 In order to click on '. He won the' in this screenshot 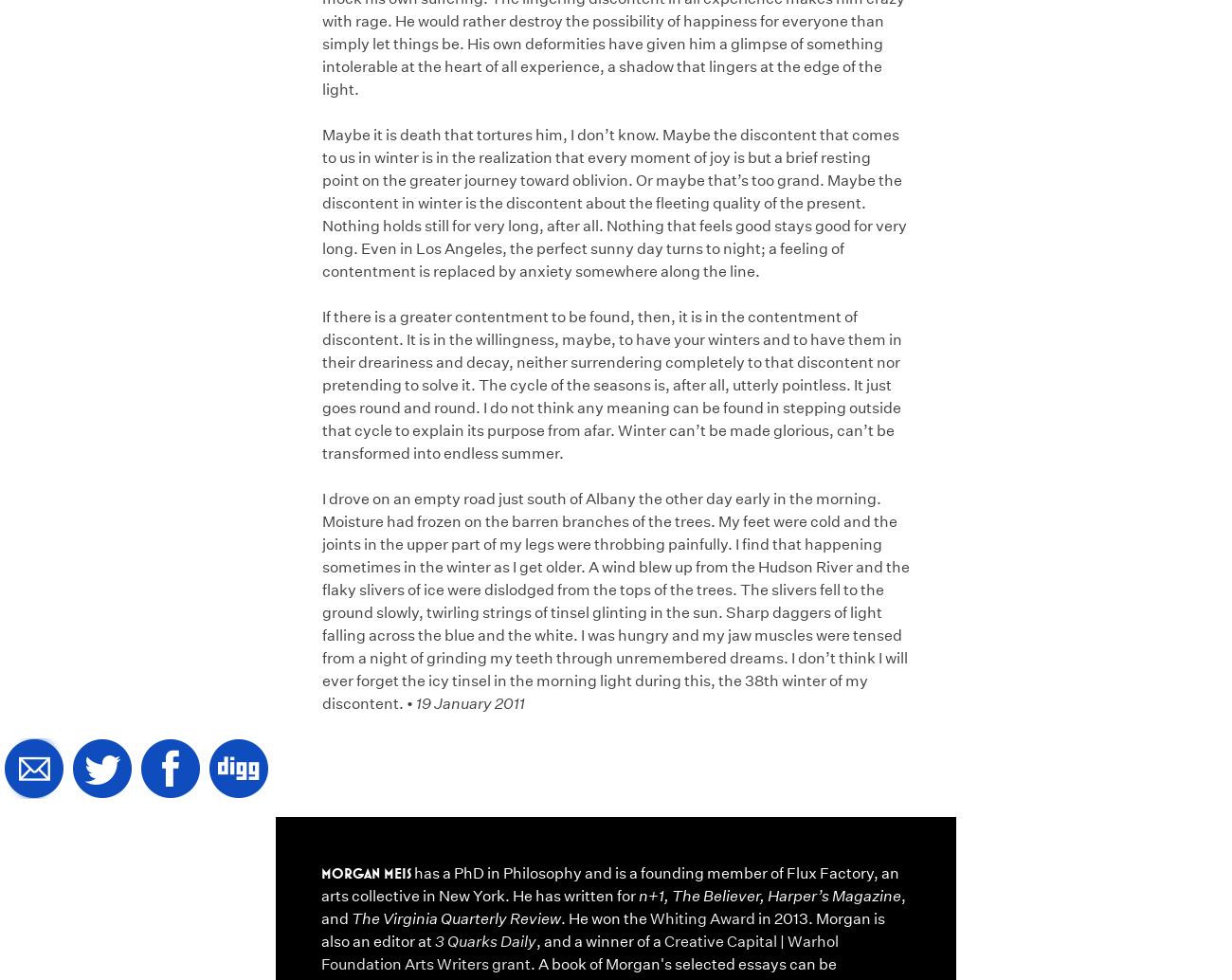, I will do `click(605, 916)`.